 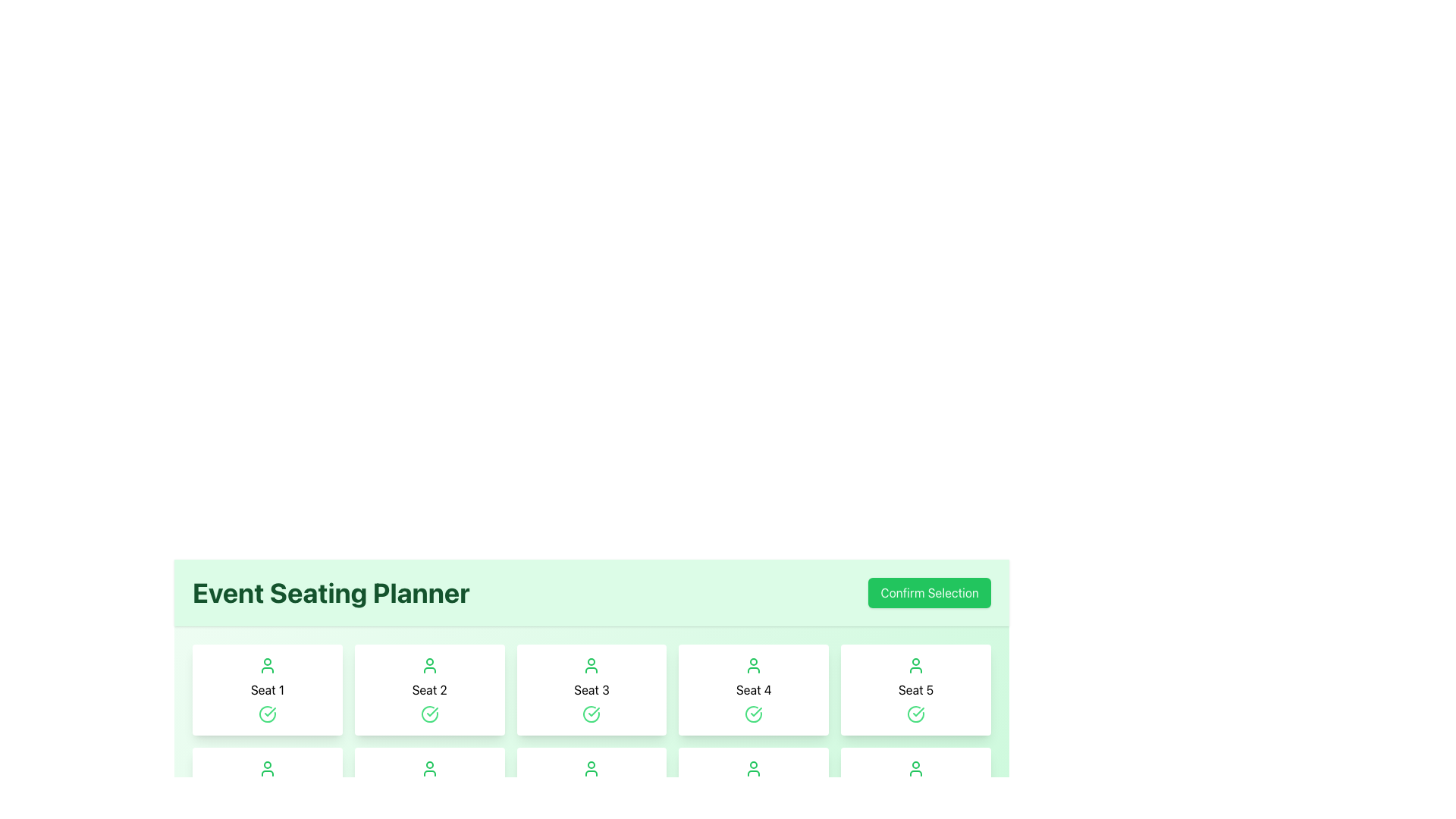 I want to click on the text label displaying 'Seat 2', which is centered within a white card component in the Event Seating Planner interface, so click(x=428, y=690).